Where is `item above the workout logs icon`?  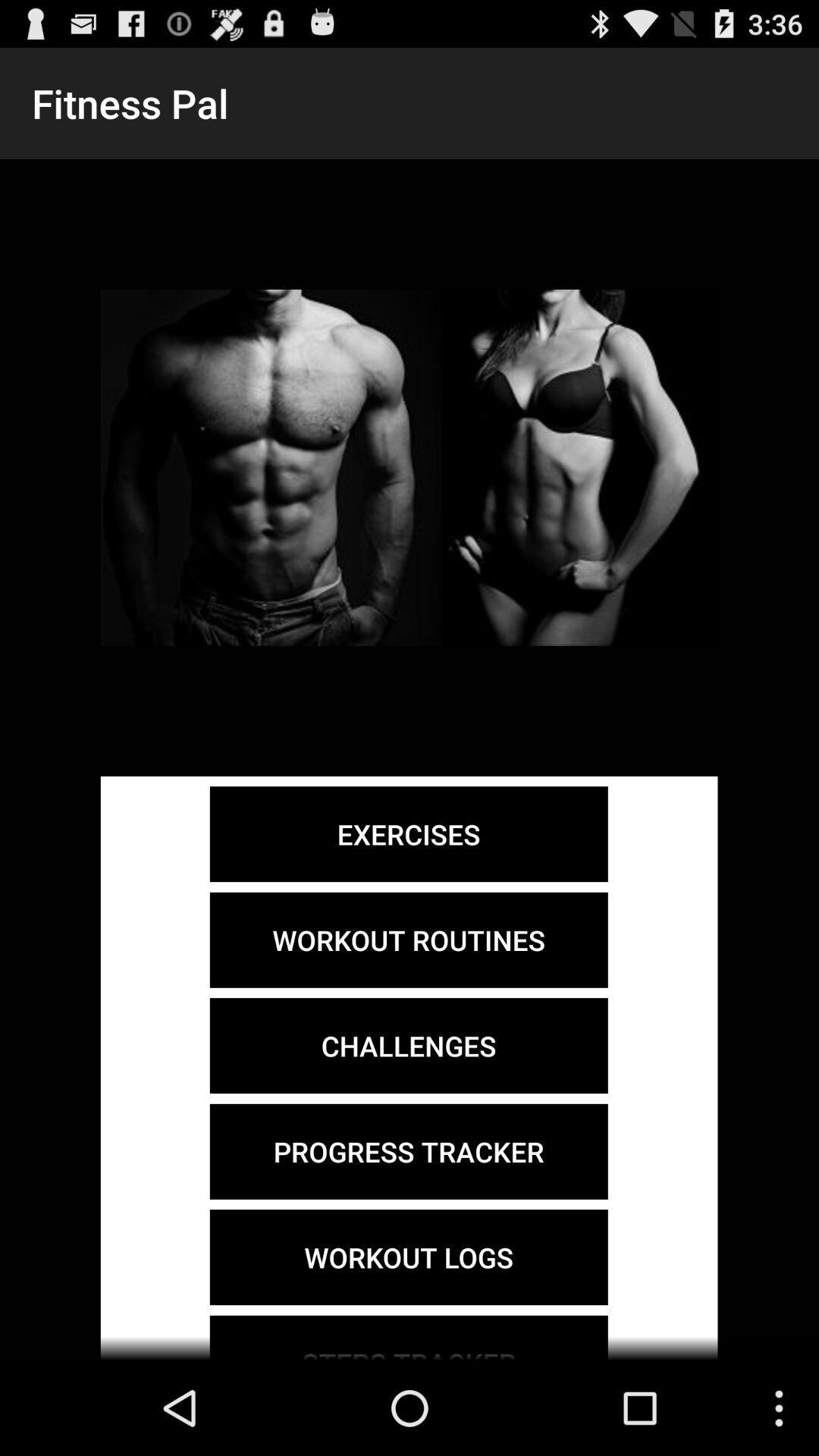
item above the workout logs icon is located at coordinates (408, 1151).